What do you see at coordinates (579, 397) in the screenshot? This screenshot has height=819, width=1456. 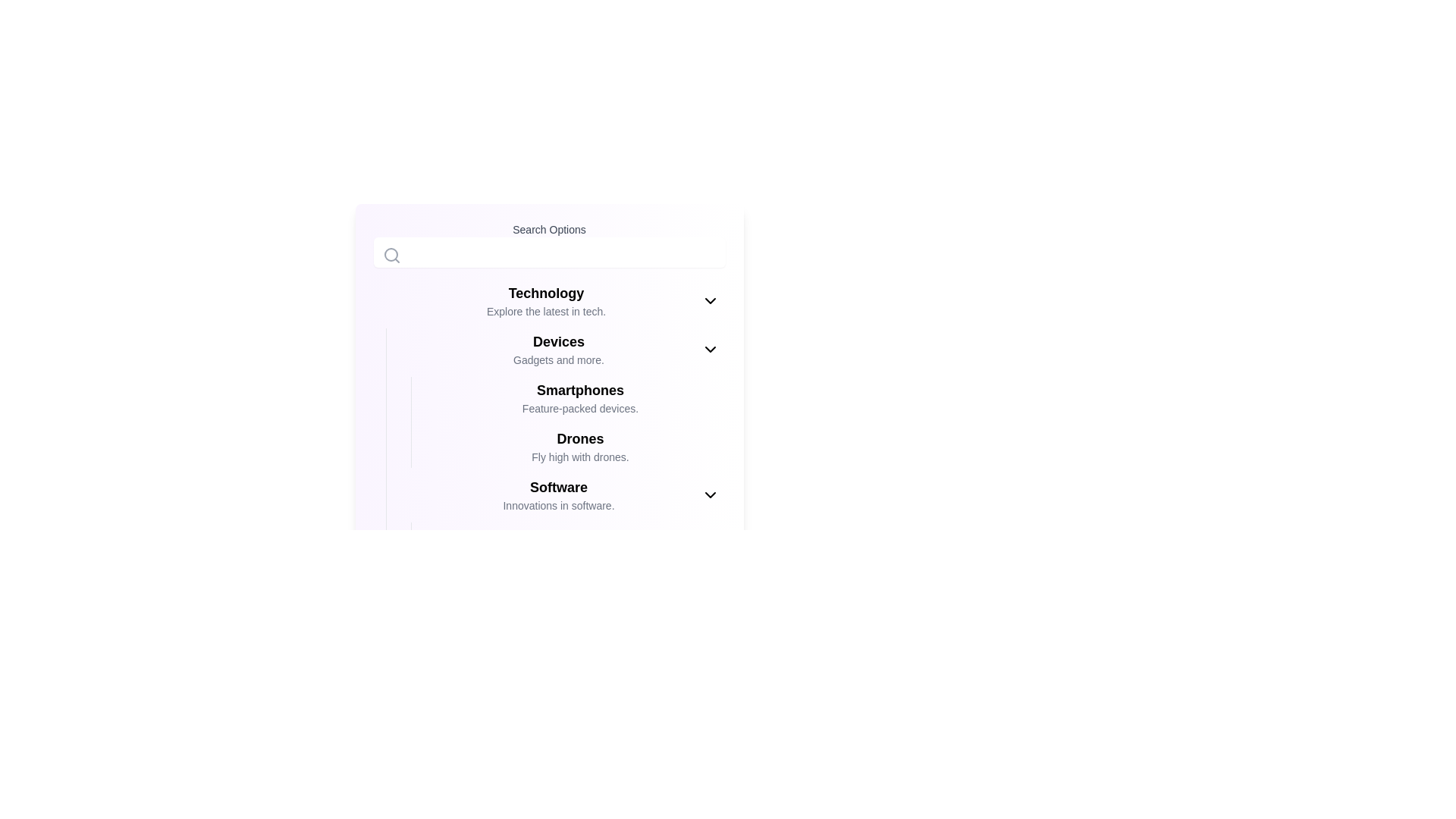 I see `the third option in the dropdown menu under the 'Devices' category` at bounding box center [579, 397].